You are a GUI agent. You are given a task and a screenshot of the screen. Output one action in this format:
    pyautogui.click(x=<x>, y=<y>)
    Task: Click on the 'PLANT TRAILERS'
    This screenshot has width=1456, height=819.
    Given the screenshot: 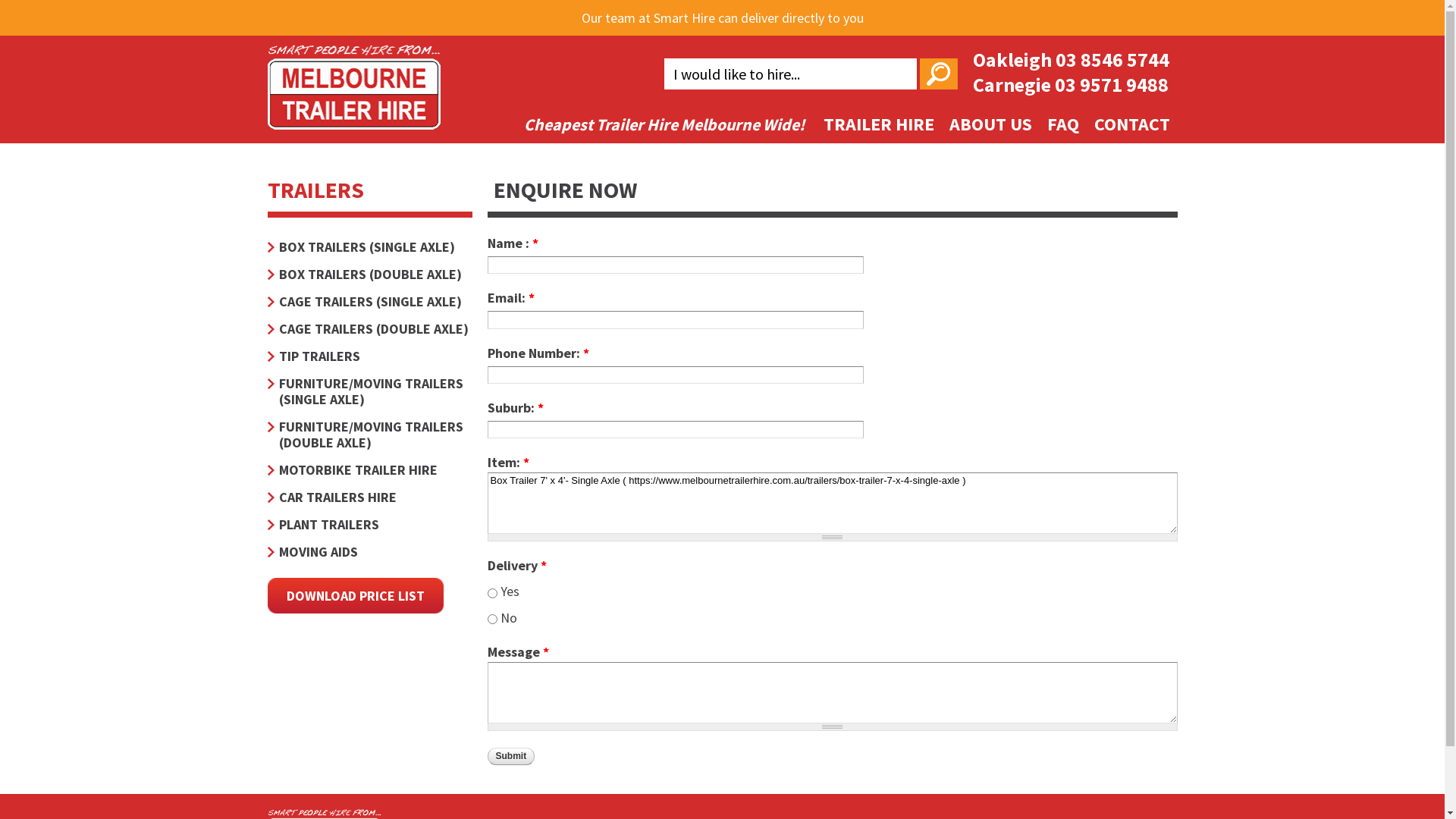 What is the action you would take?
    pyautogui.click(x=369, y=523)
    